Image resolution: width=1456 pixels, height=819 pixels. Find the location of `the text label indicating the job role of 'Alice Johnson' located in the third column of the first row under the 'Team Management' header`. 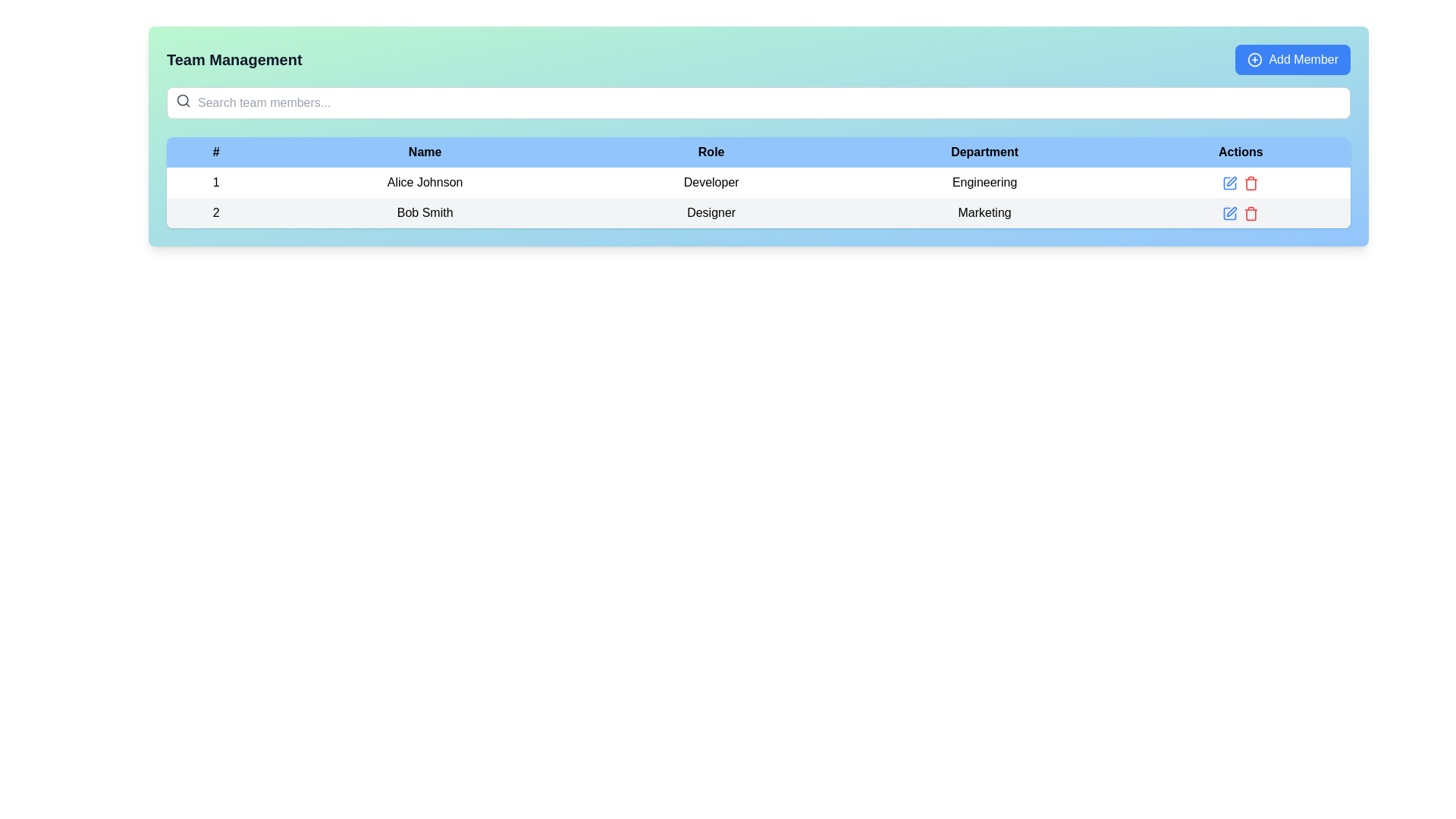

the text label indicating the job role of 'Alice Johnson' located in the third column of the first row under the 'Team Management' header is located at coordinates (711, 181).